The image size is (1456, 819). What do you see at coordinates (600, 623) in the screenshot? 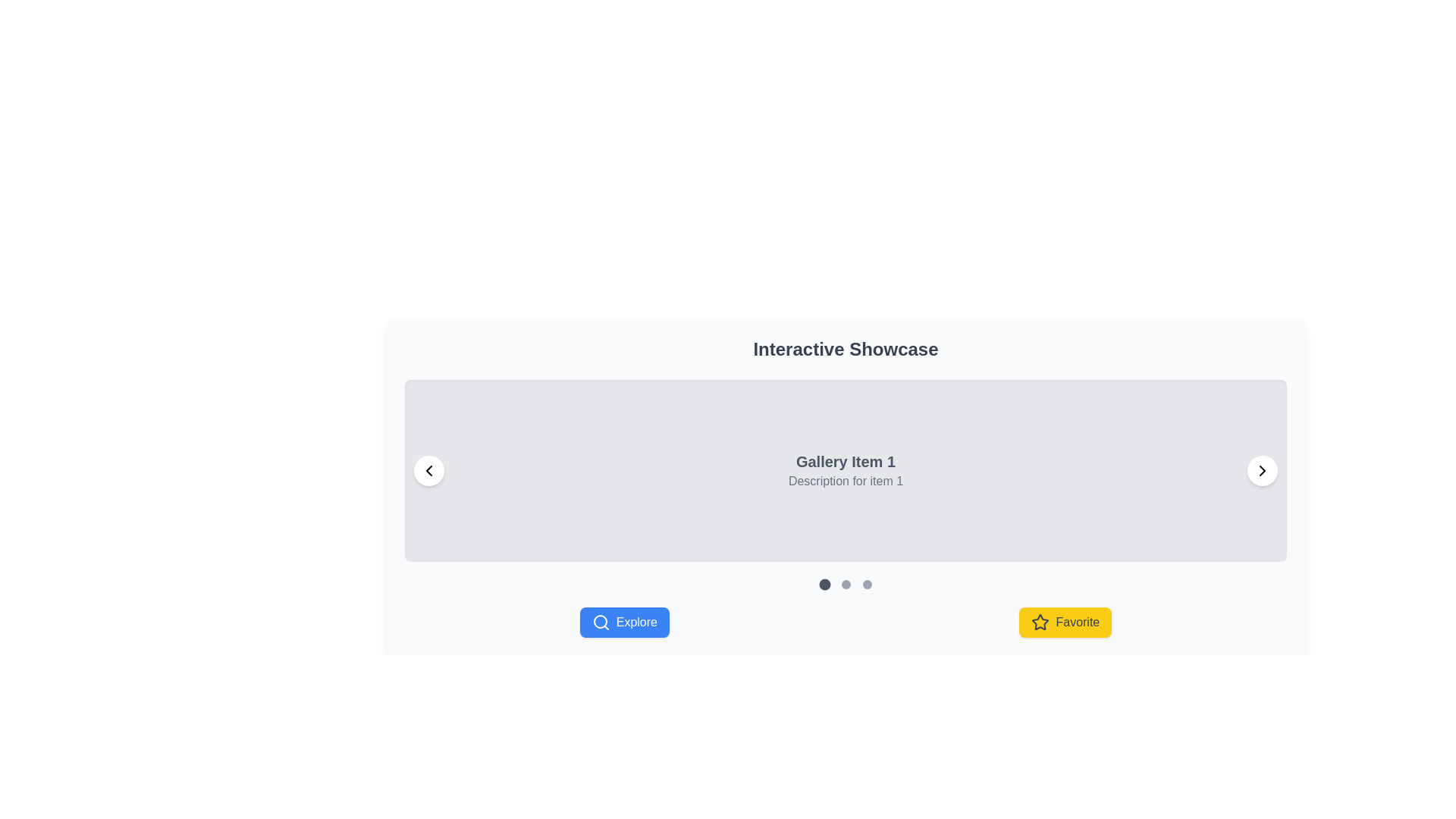
I see `the magnifying glass icon located on the blue 'Explore' button, positioned on the left side of the button next to the text` at bounding box center [600, 623].